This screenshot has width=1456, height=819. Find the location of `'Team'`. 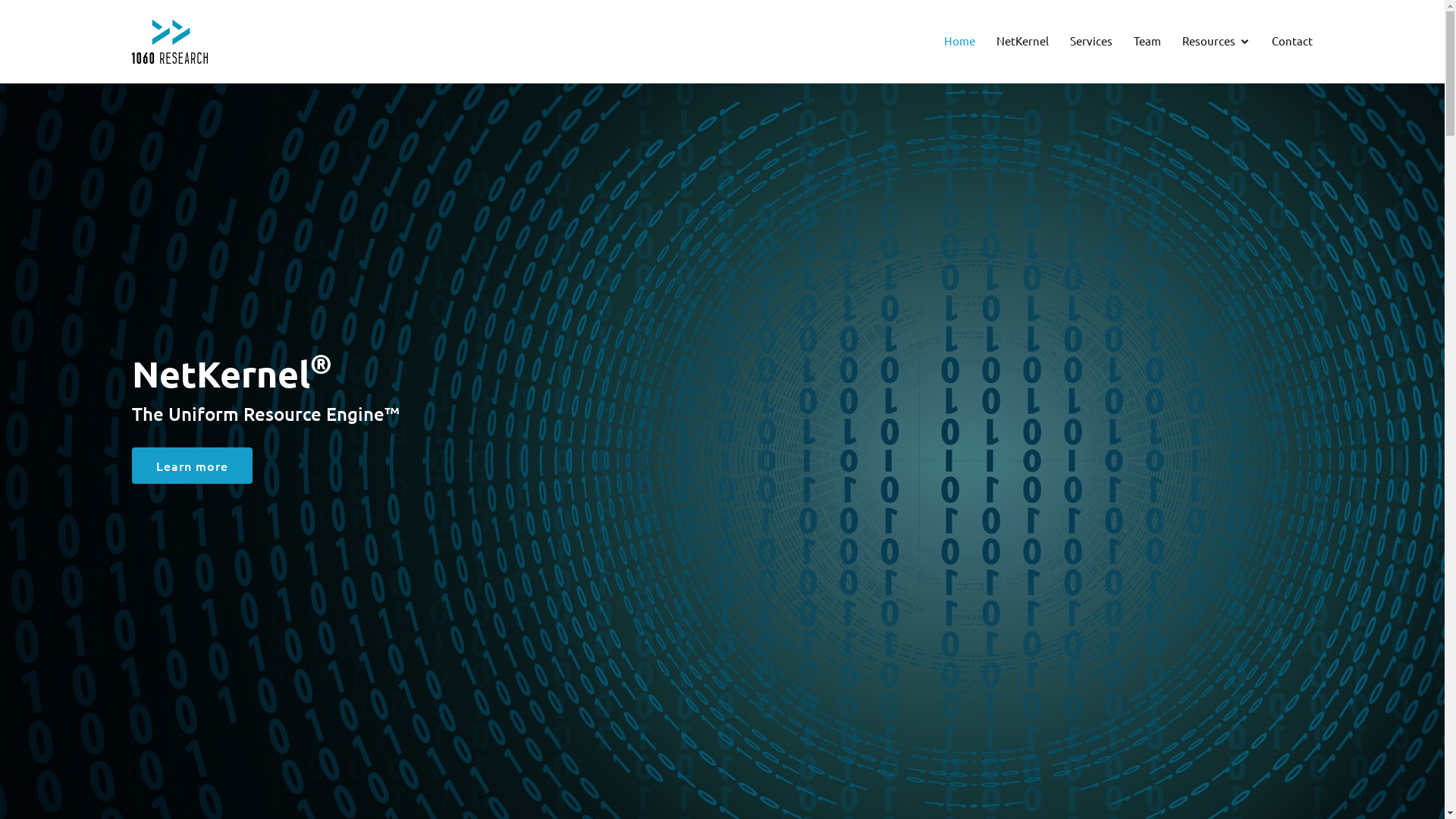

'Team' is located at coordinates (1133, 40).